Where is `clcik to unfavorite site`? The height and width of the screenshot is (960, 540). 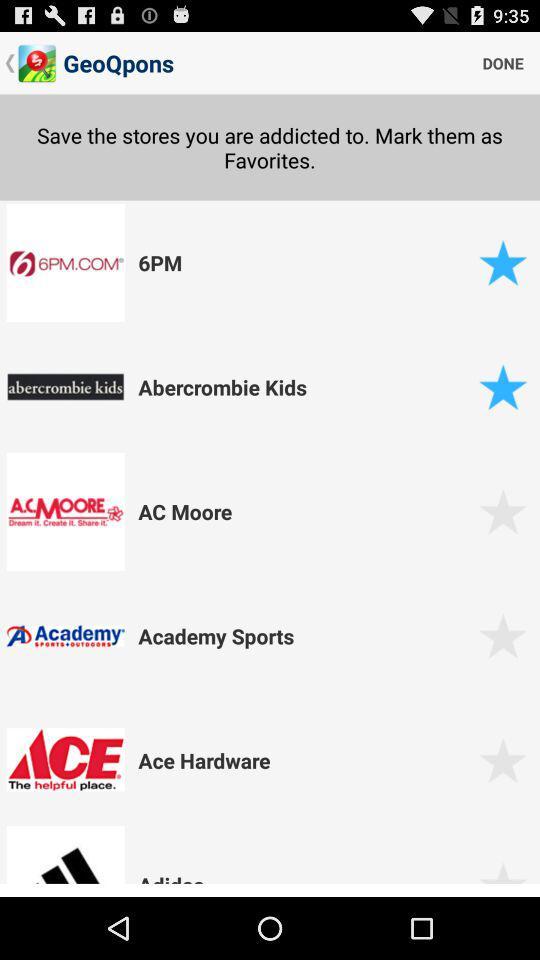 clcik to unfavorite site is located at coordinates (502, 386).